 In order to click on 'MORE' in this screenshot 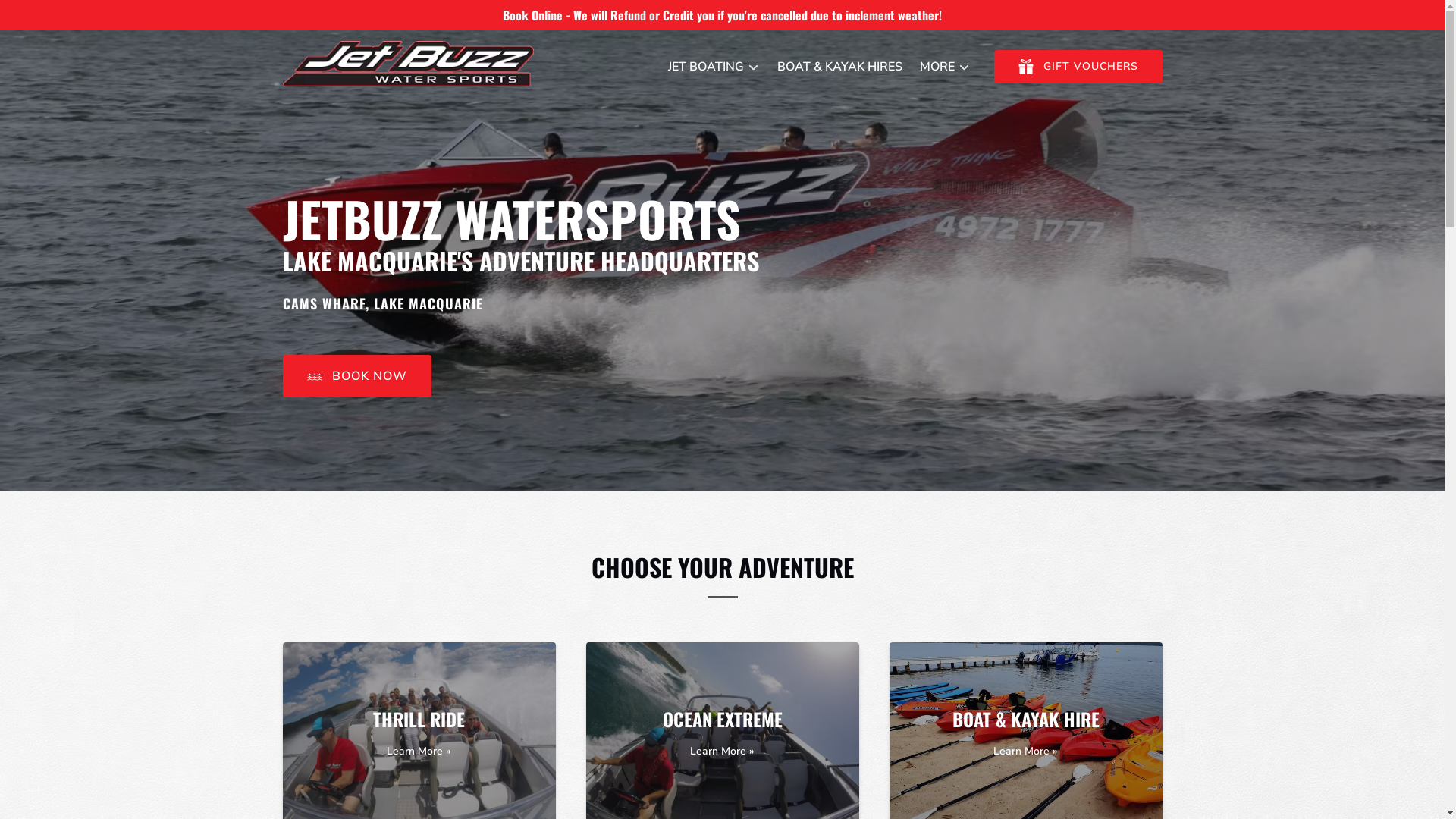, I will do `click(910, 66)`.